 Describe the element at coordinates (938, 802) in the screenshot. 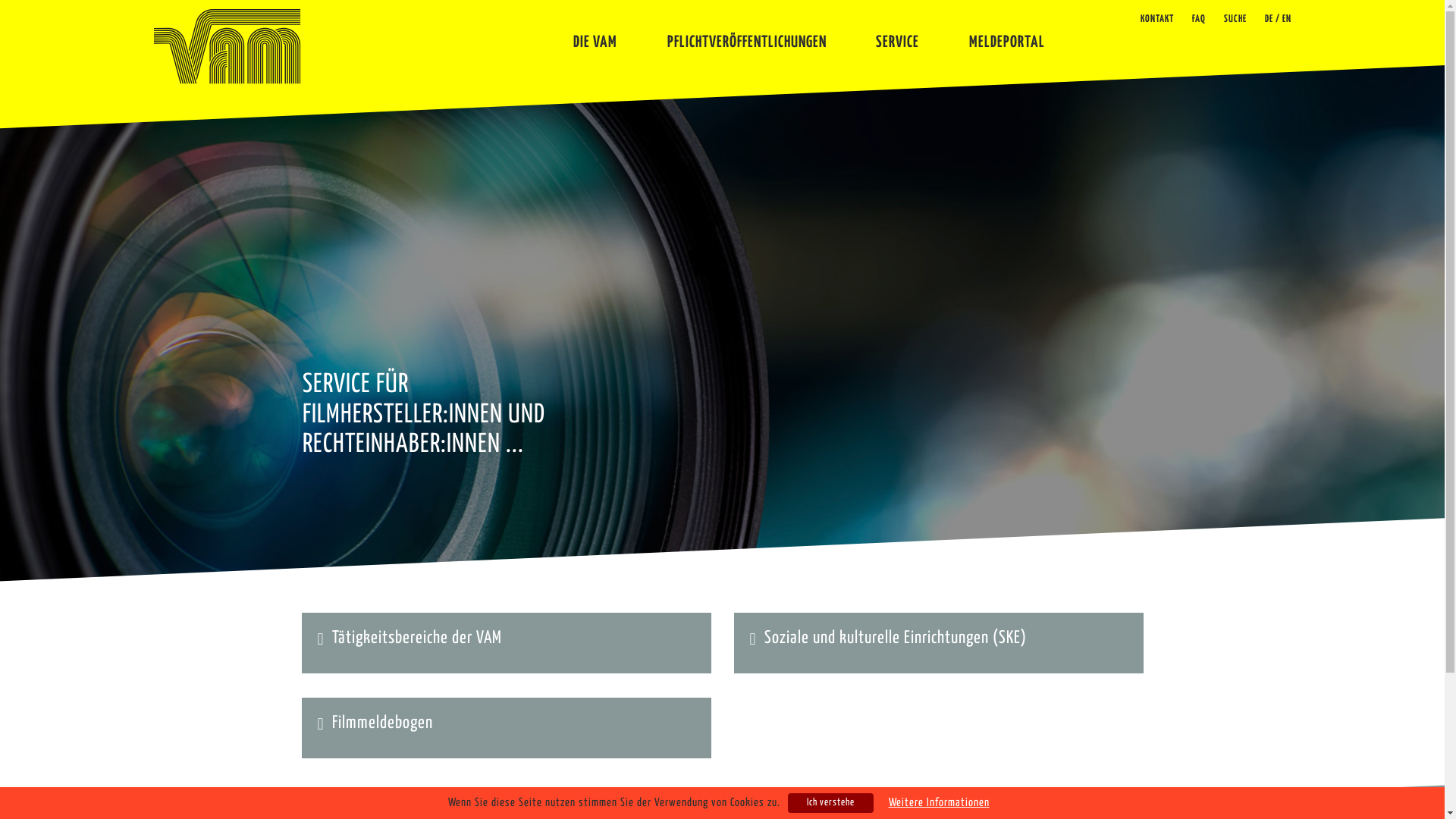

I see `'Weitere Informationen'` at that location.